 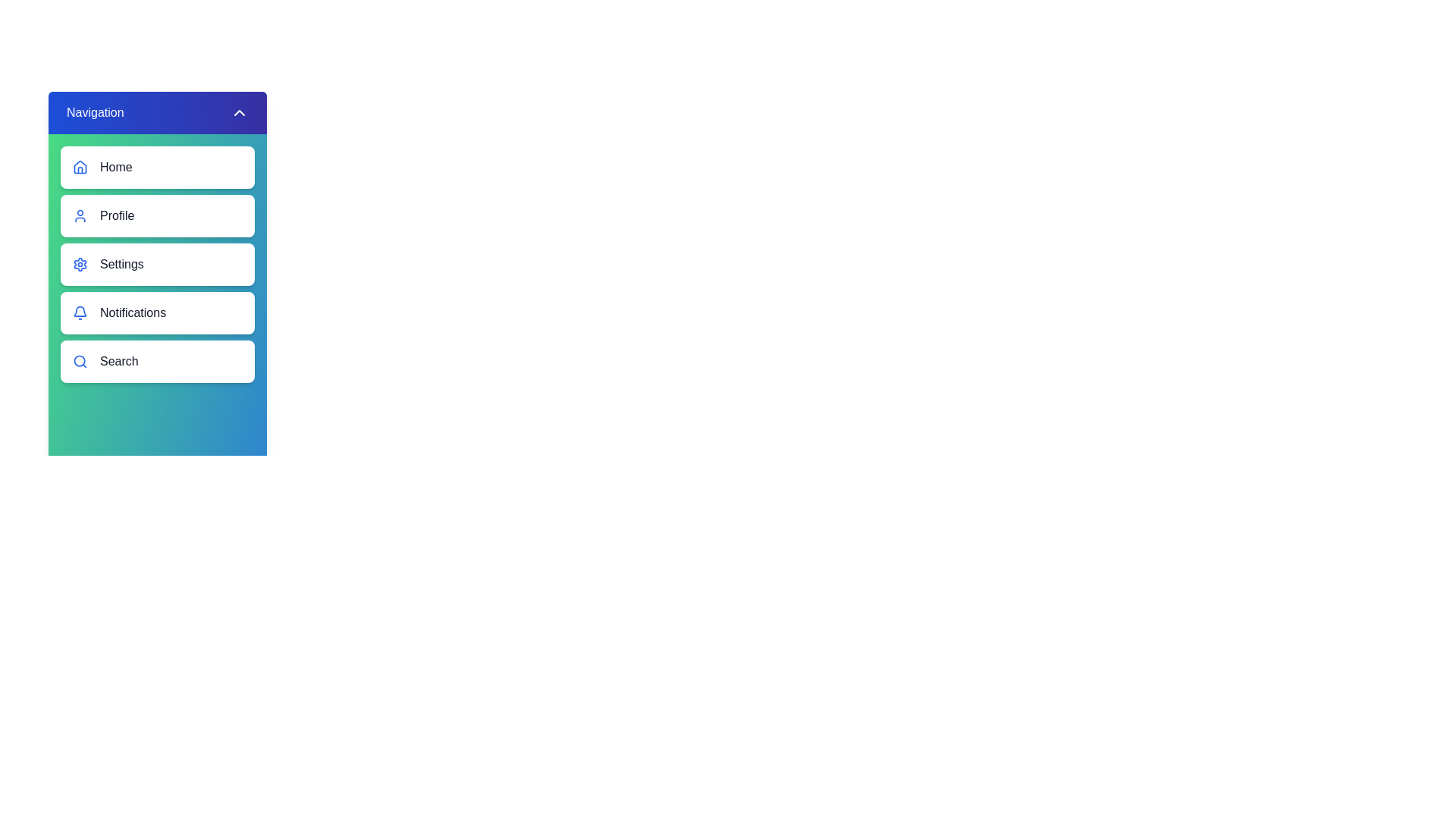 I want to click on the cog-shaped settings icon located centrally in its designated area, so click(x=79, y=263).